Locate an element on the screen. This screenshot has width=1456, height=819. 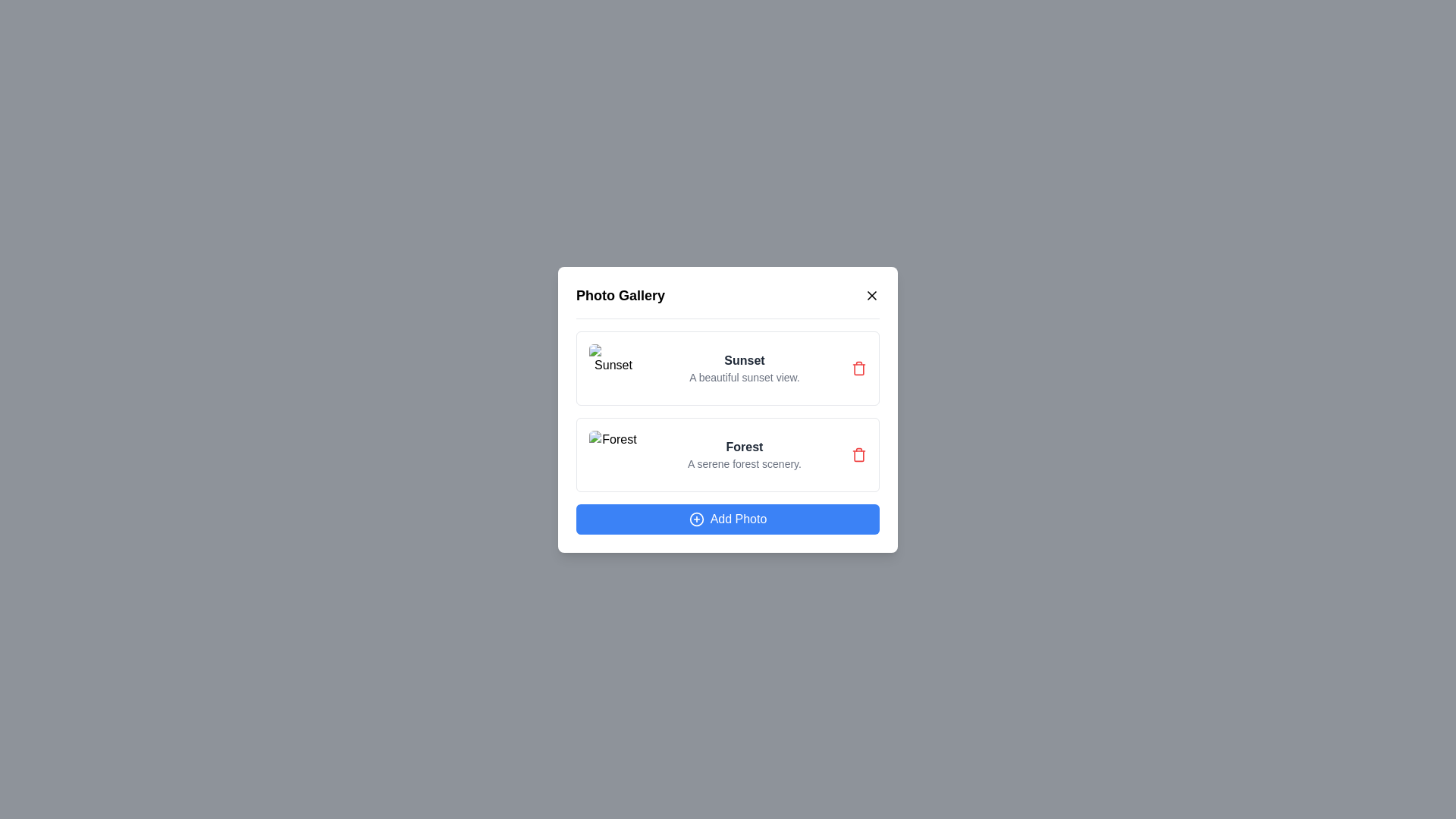
the first list item titled 'Sunset' is located at coordinates (728, 368).